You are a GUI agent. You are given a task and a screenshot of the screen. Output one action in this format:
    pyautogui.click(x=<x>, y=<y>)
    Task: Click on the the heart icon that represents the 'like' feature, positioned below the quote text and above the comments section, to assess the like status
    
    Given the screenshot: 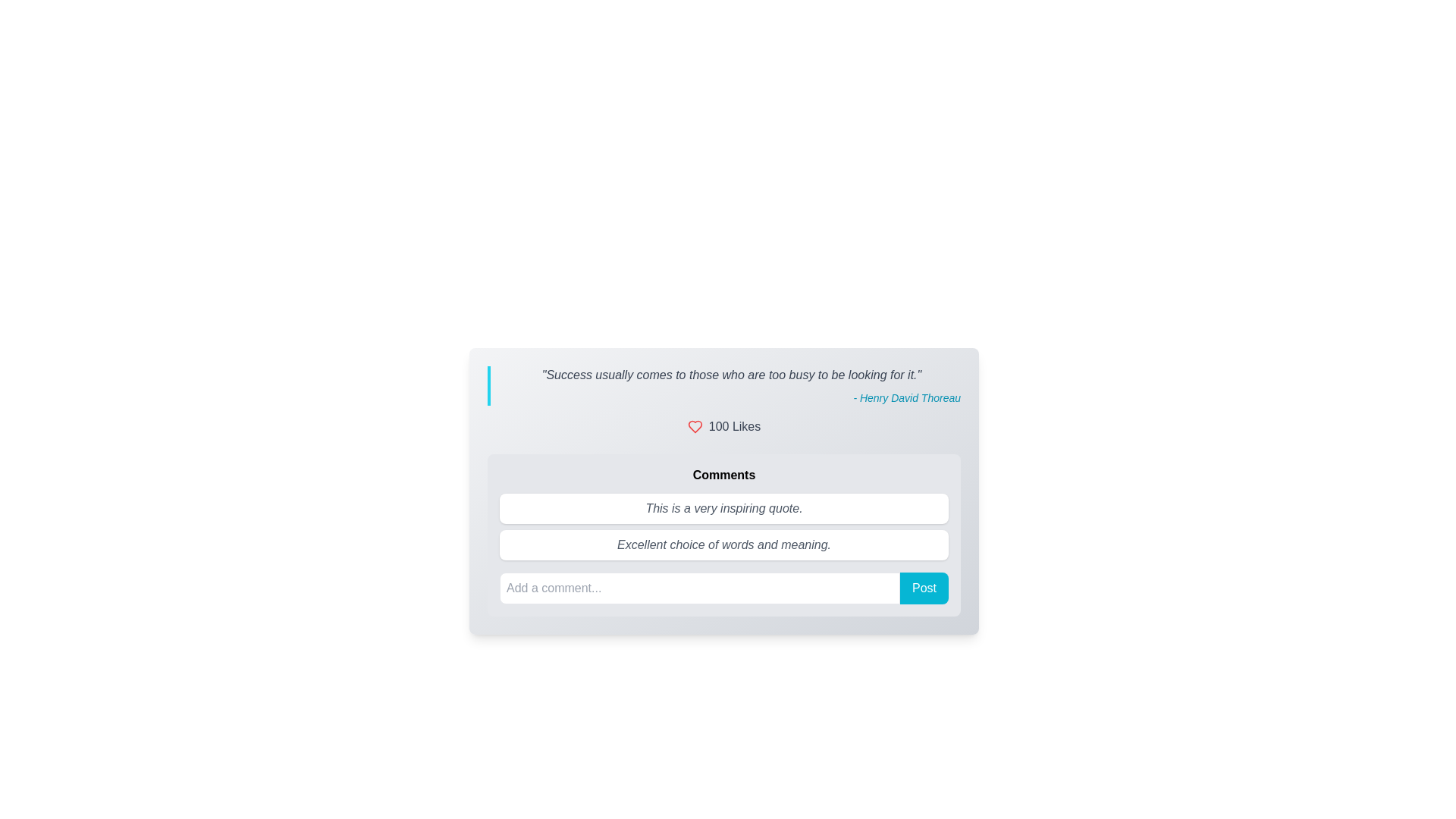 What is the action you would take?
    pyautogui.click(x=694, y=427)
    